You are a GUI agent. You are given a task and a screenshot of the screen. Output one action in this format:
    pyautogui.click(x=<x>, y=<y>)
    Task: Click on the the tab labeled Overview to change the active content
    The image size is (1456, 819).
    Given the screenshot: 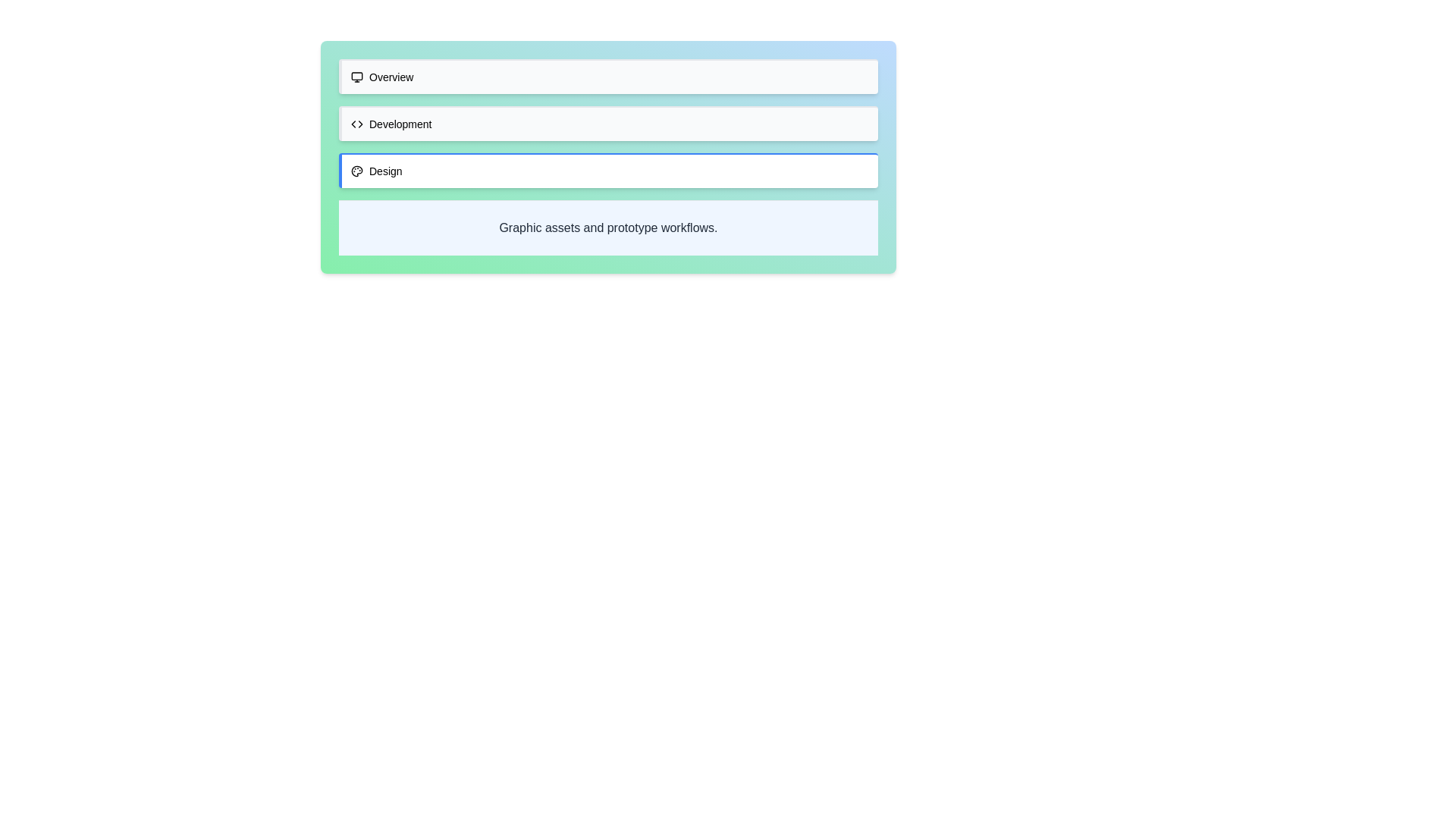 What is the action you would take?
    pyautogui.click(x=608, y=76)
    